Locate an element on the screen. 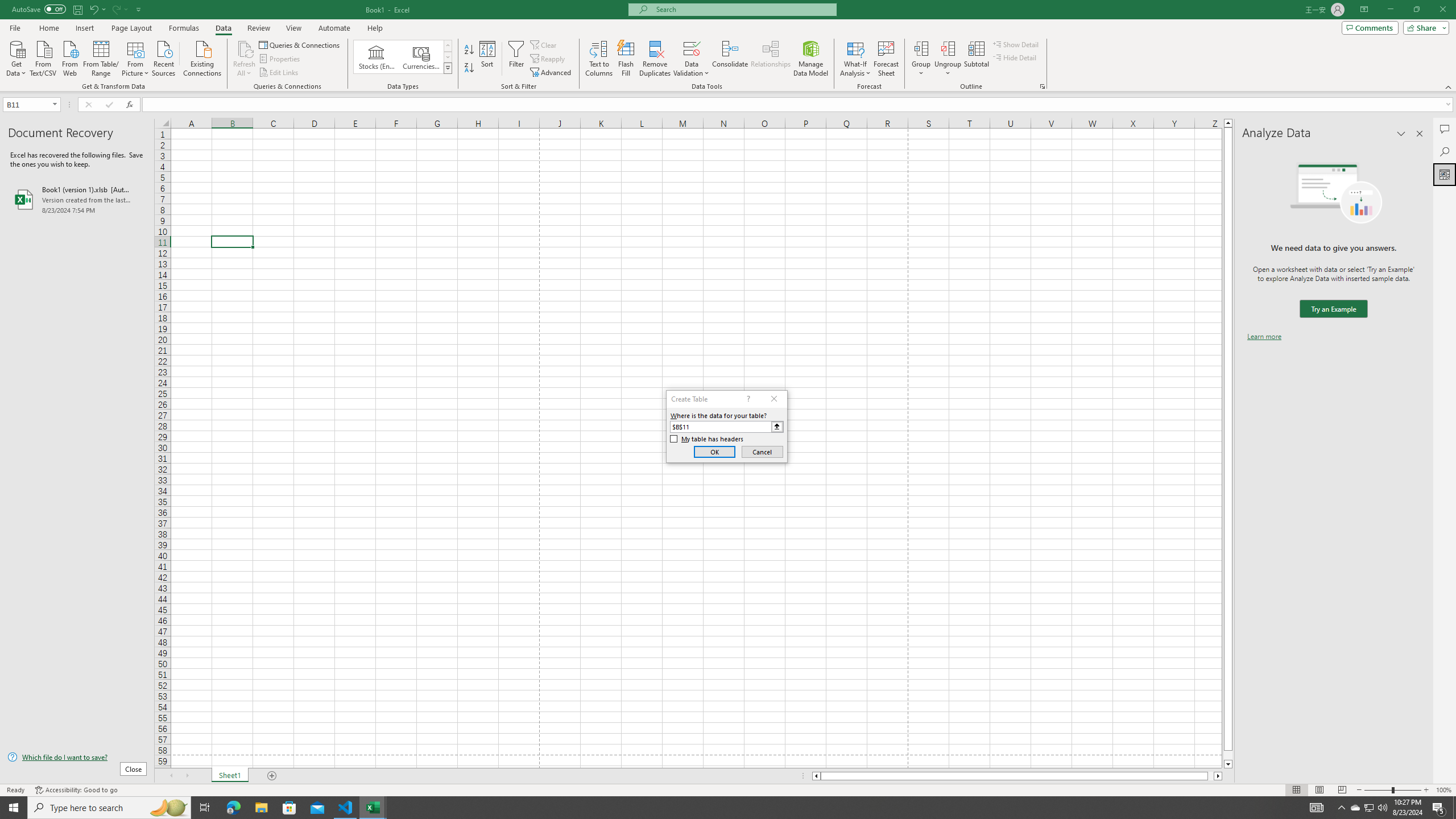  'Sort A to Z' is located at coordinates (469, 49).